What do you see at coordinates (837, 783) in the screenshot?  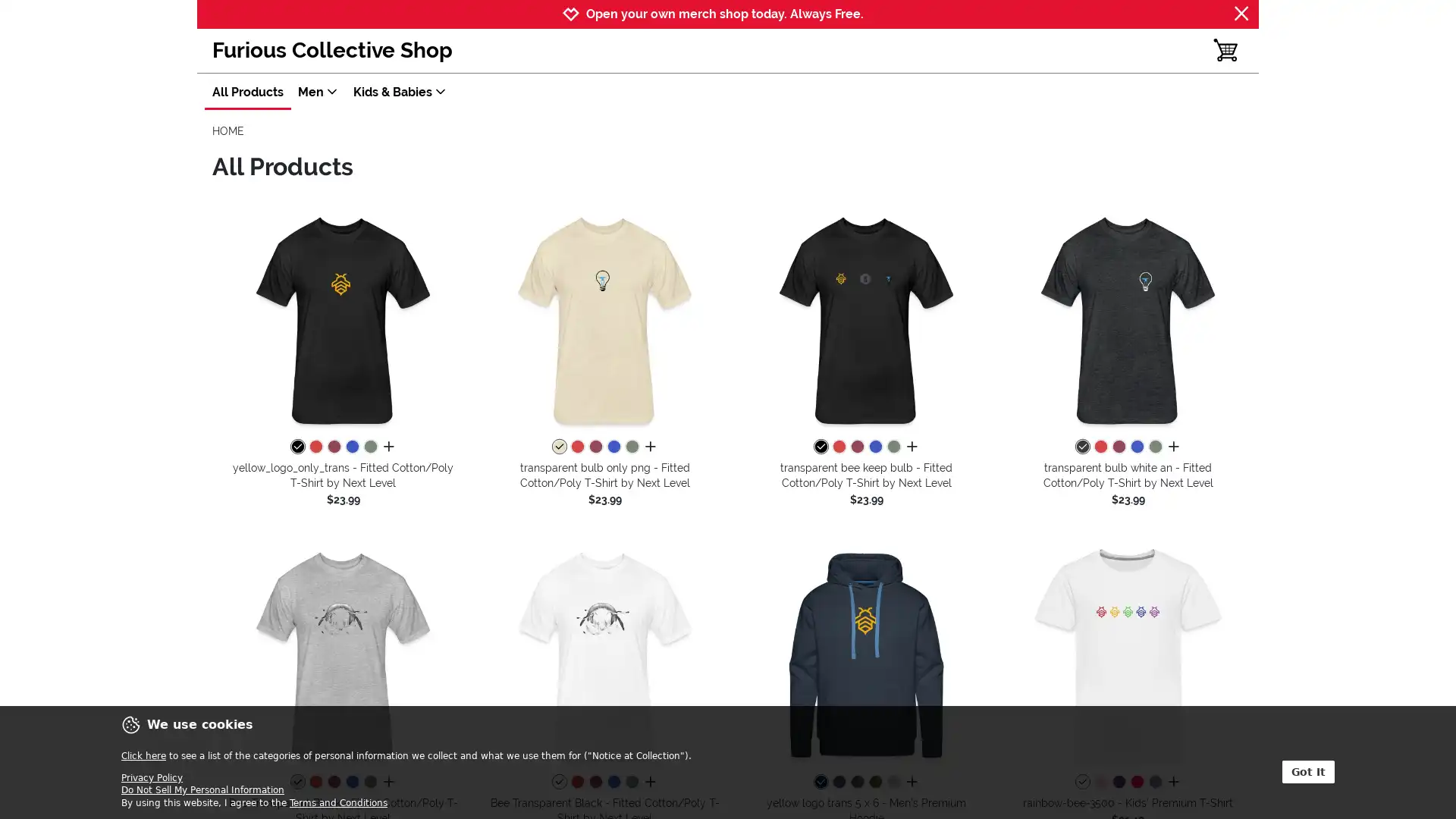 I see `heather denim` at bounding box center [837, 783].